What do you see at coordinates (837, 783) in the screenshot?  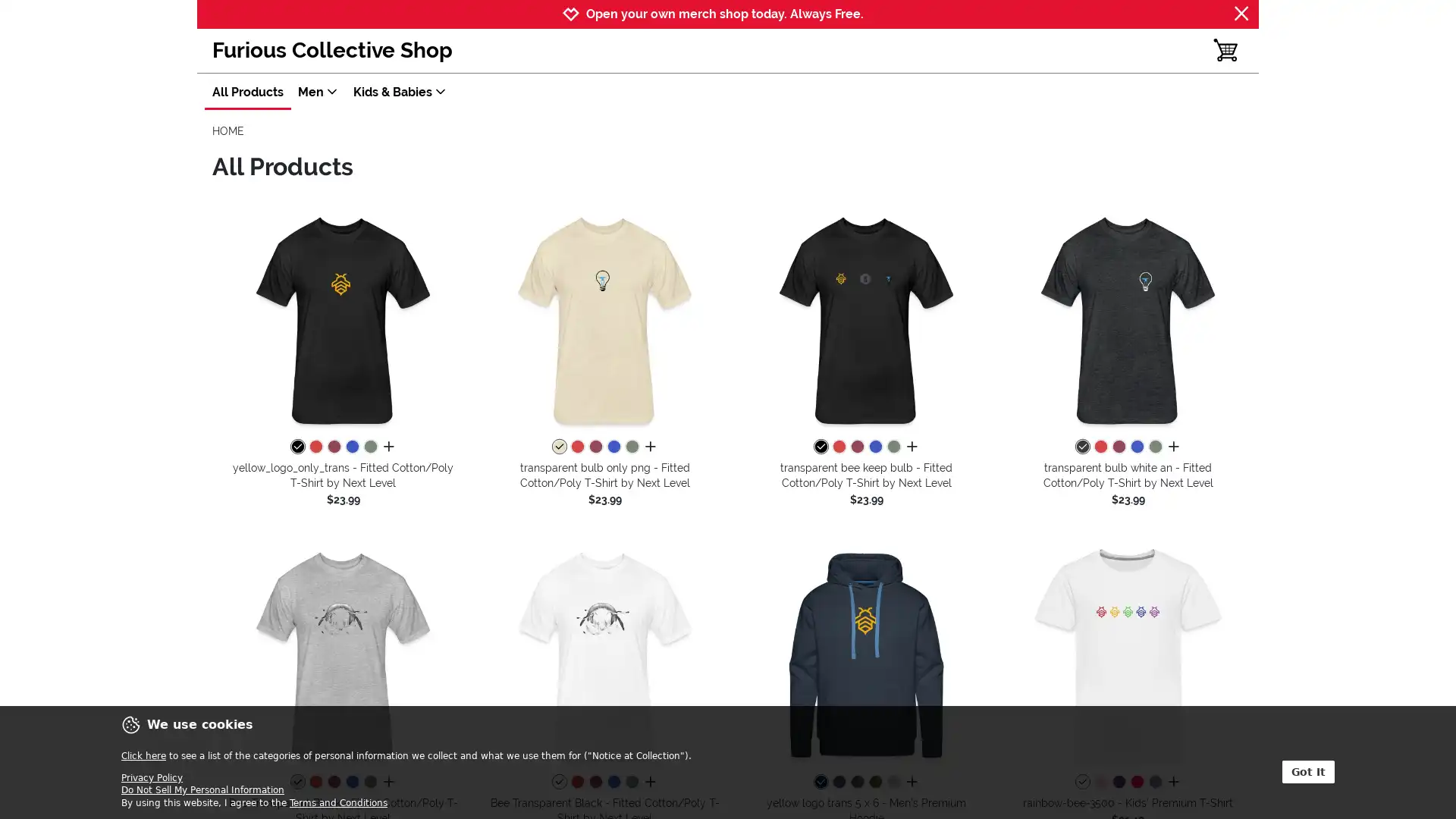 I see `heather denim` at bounding box center [837, 783].